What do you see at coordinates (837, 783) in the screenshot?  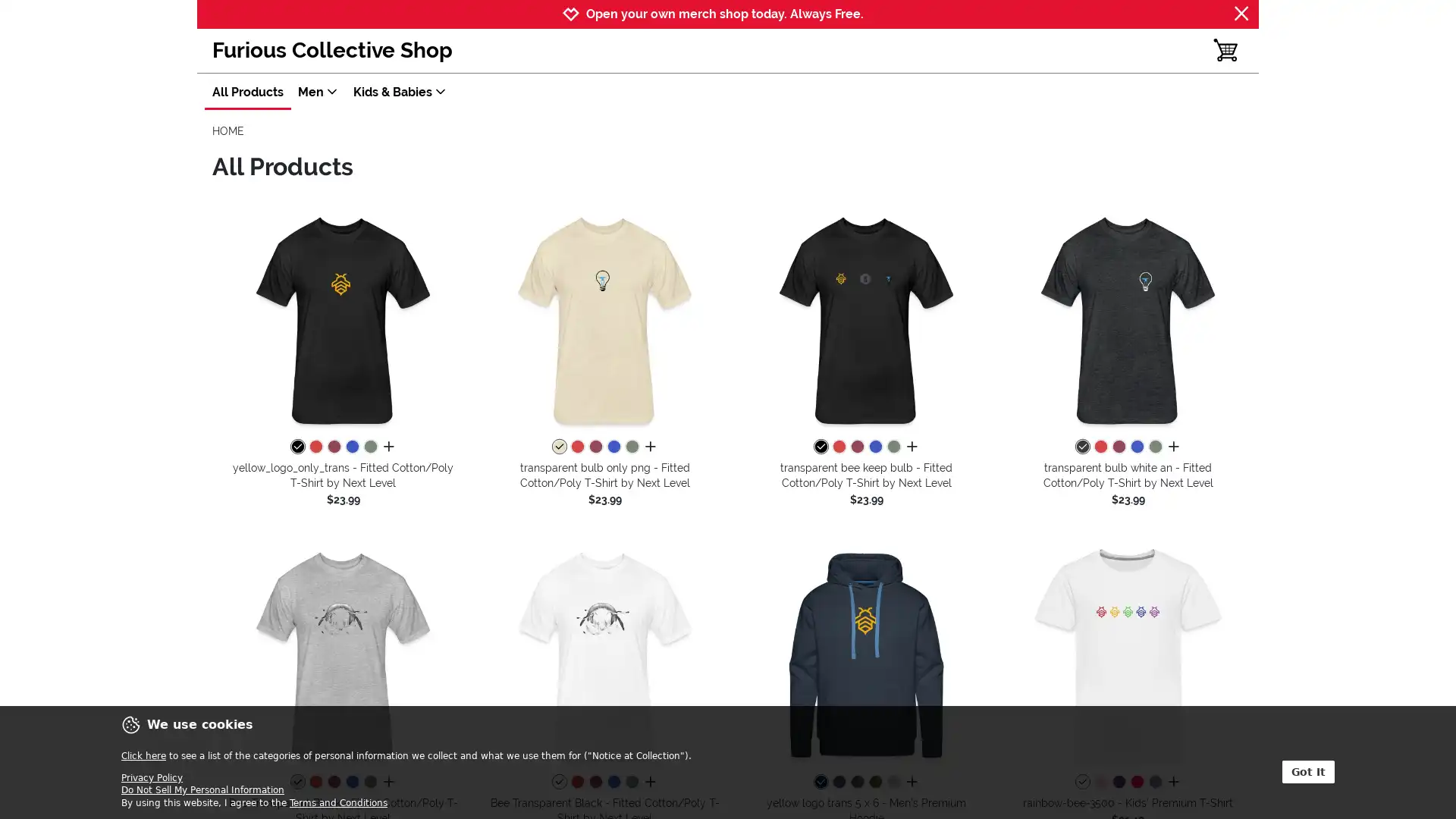 I see `heather denim` at bounding box center [837, 783].